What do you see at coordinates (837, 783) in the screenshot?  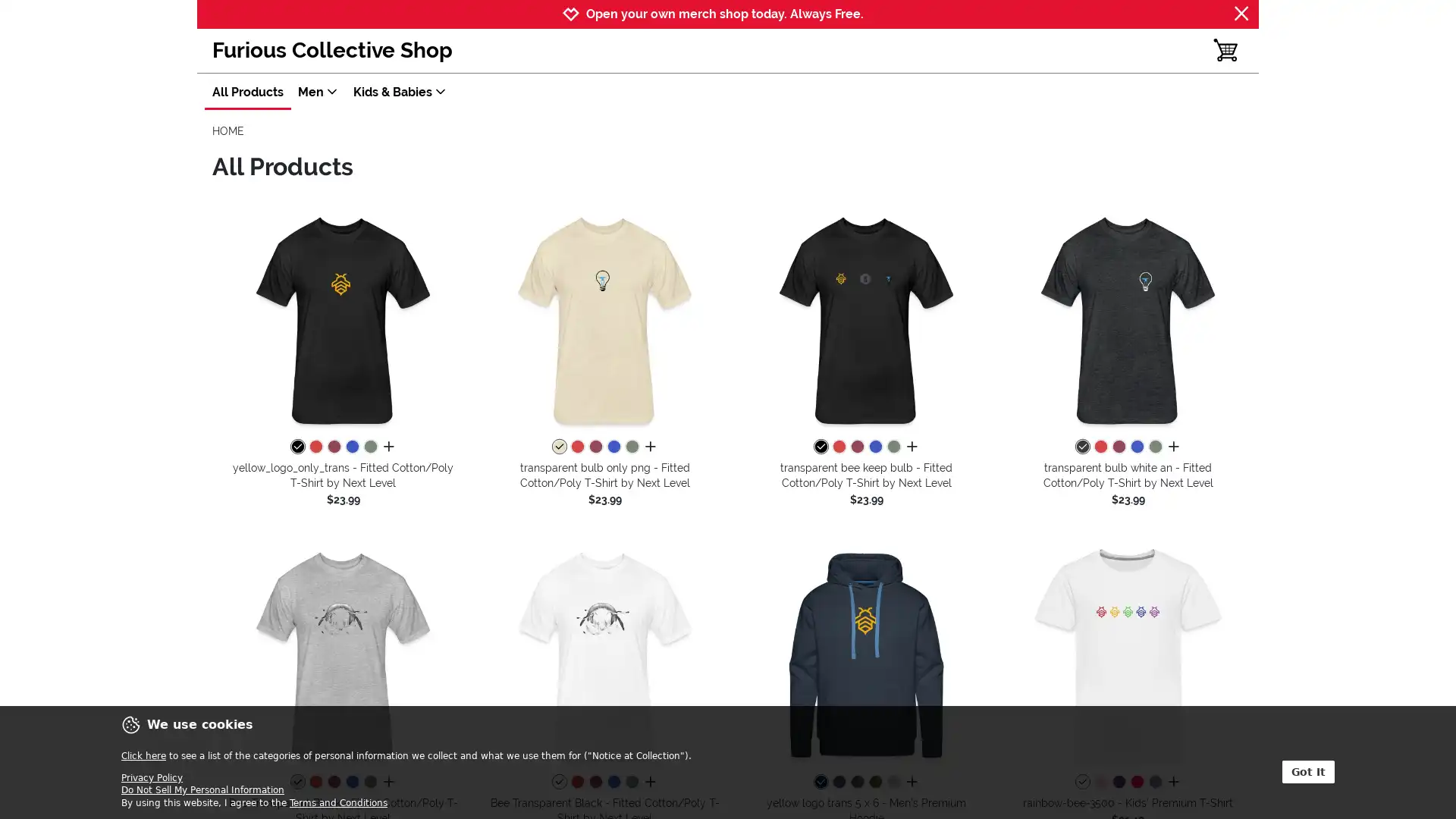 I see `heather denim` at bounding box center [837, 783].